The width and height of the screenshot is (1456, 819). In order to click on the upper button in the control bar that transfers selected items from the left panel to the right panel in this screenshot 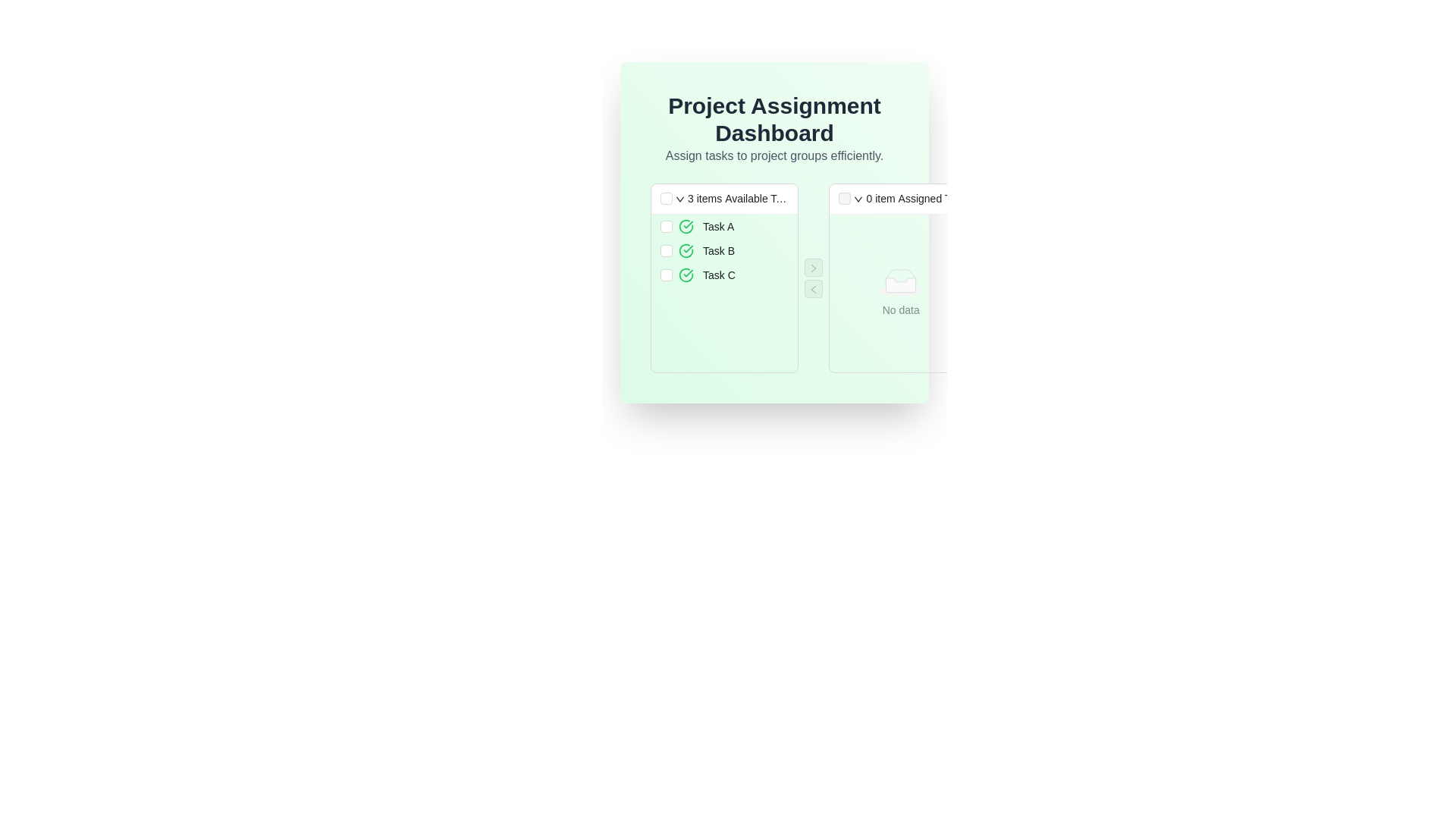, I will do `click(813, 267)`.